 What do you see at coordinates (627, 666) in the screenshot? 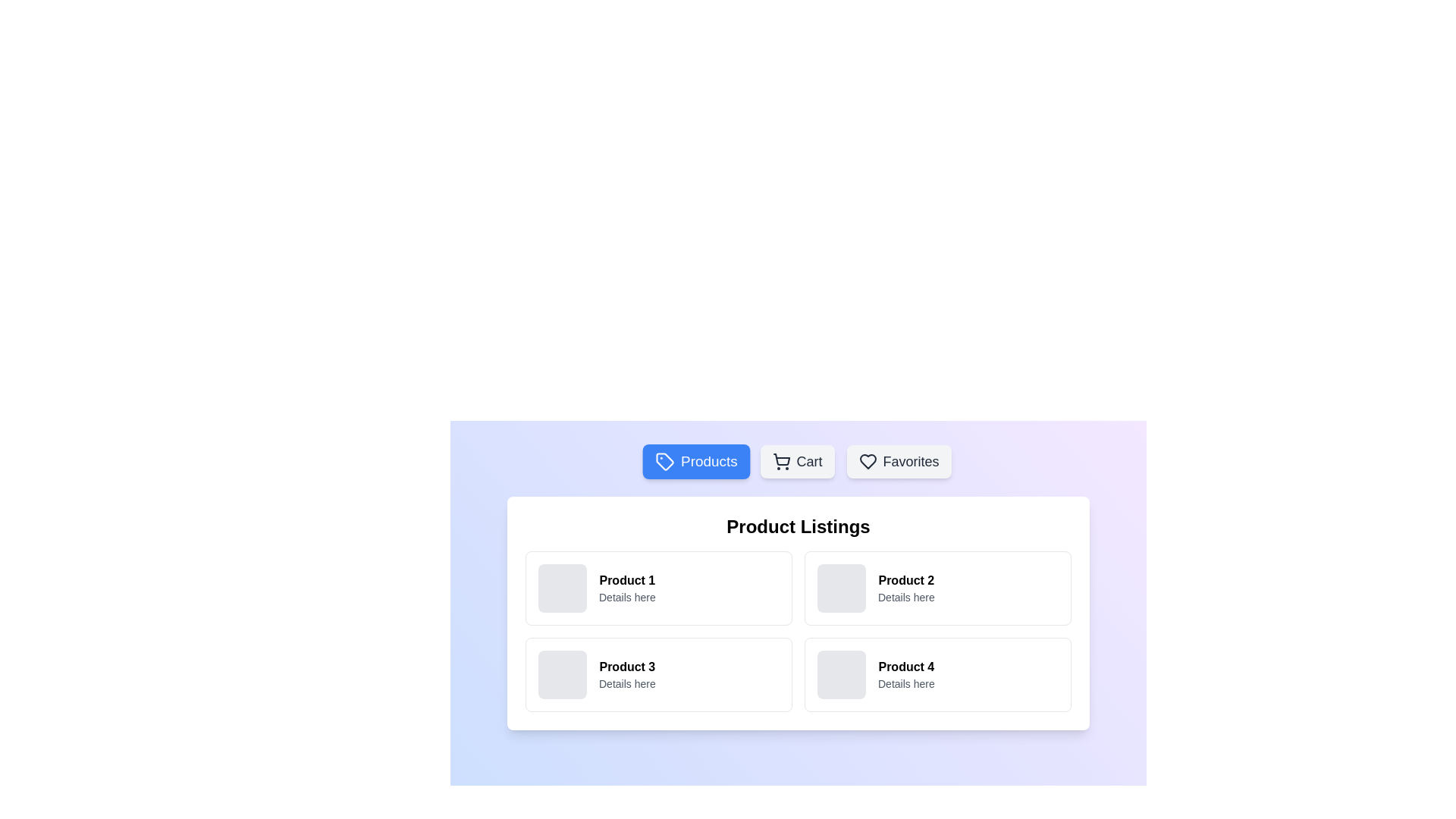
I see `product title text located in the upper text component of the third product card in the bottom-left corner of the product grid` at bounding box center [627, 666].